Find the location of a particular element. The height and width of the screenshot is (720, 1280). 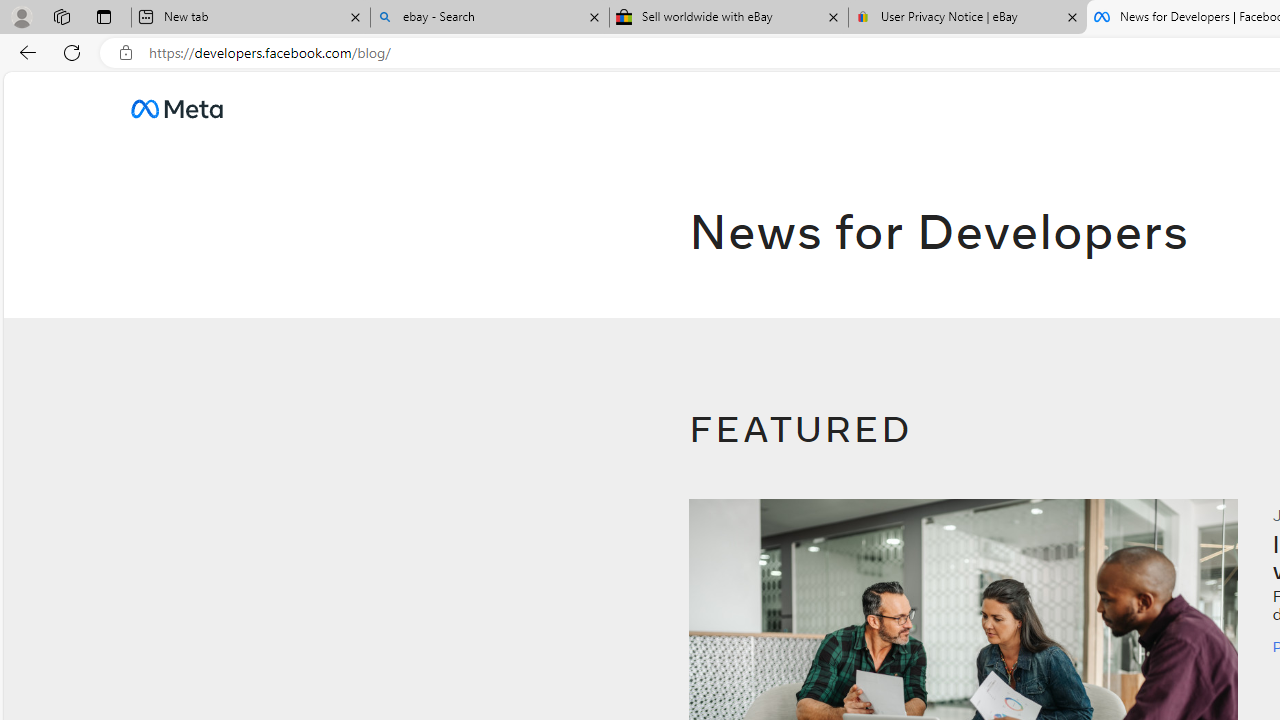

'Sell worldwide with eBay' is located at coordinates (728, 17).